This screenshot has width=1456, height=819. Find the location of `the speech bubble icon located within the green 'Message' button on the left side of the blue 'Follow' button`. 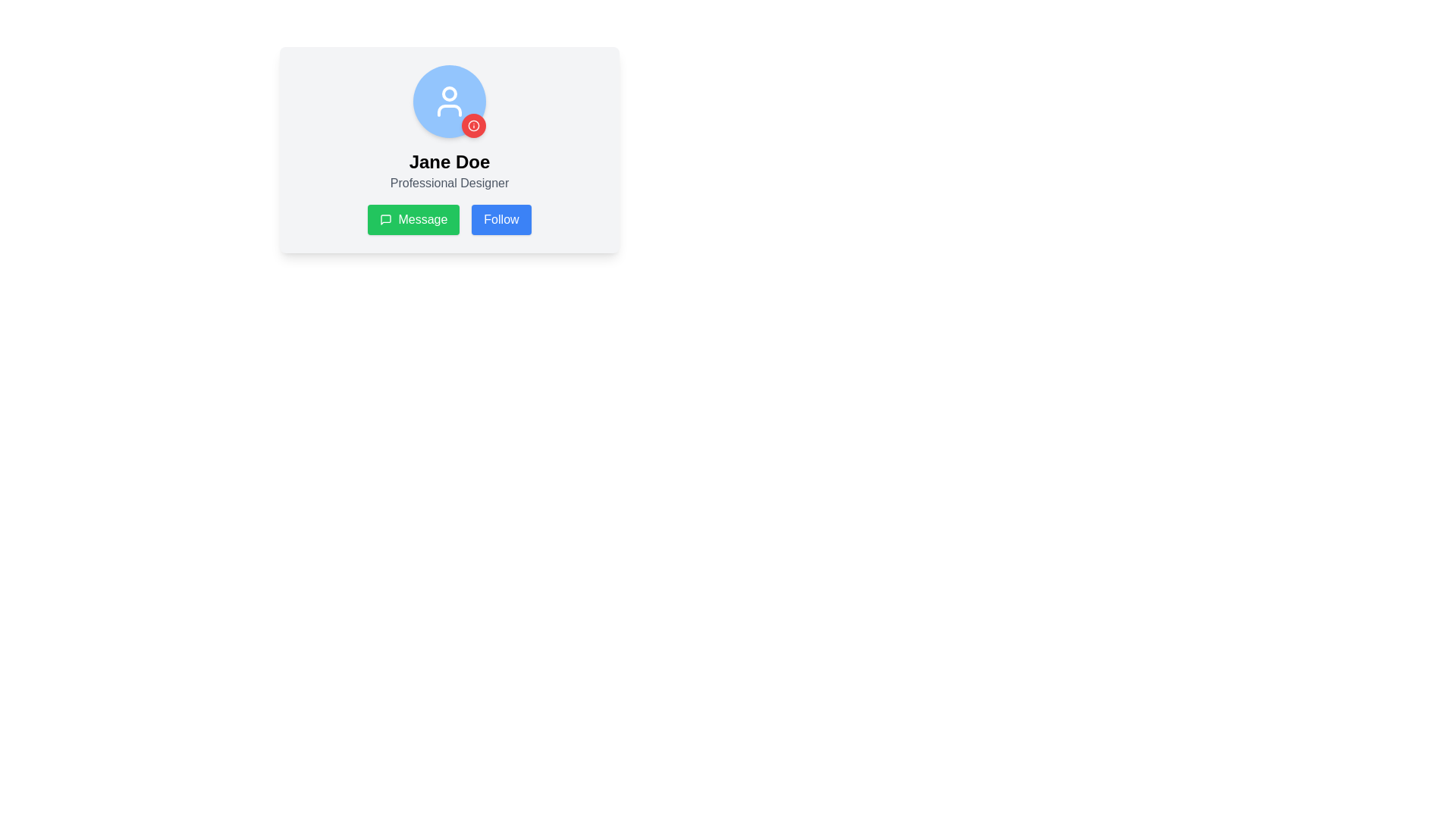

the speech bubble icon located within the green 'Message' button on the left side of the blue 'Follow' button is located at coordinates (386, 219).